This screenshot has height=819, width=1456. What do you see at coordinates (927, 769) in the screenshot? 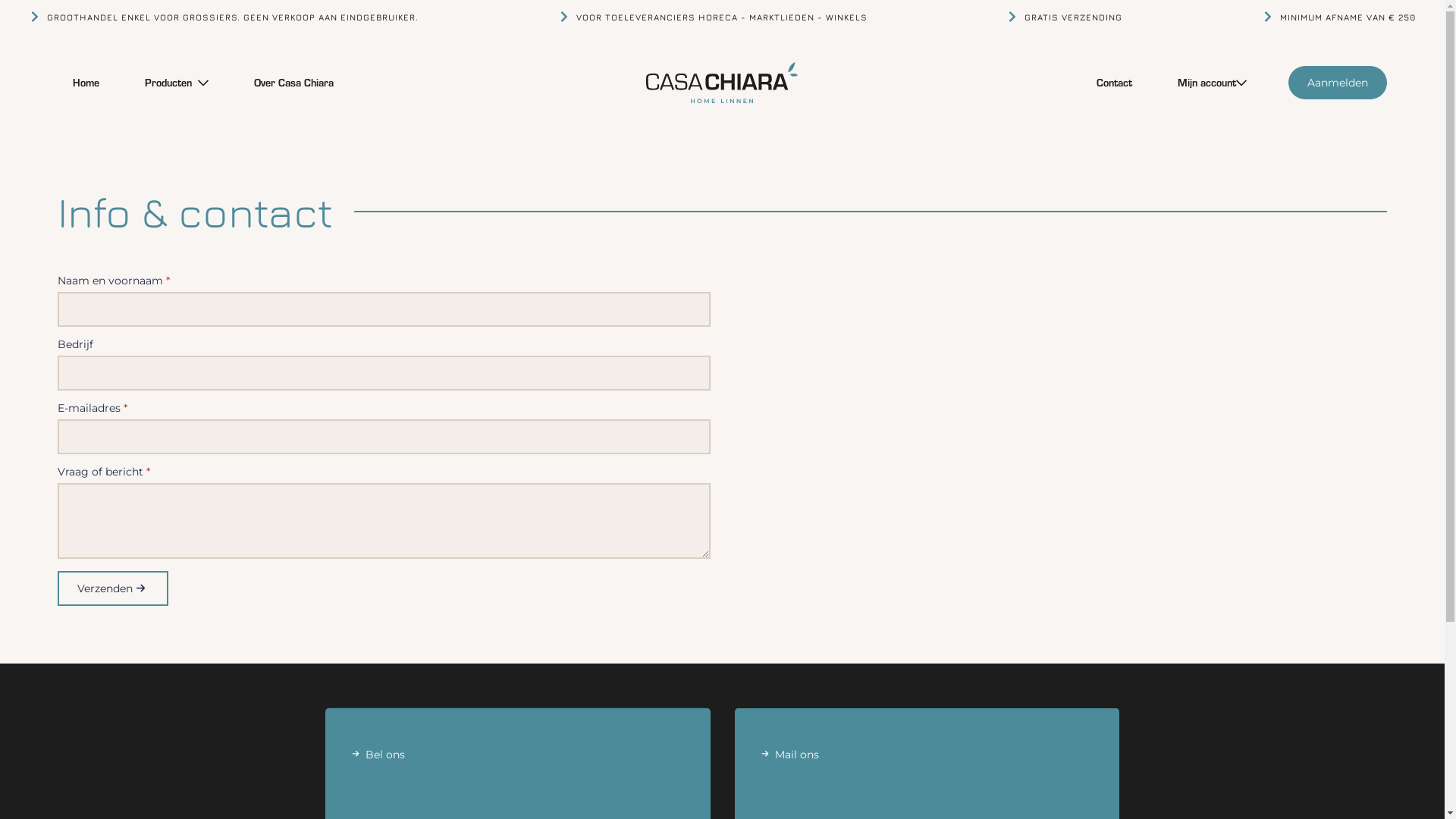
I see `'Mail ons'` at bounding box center [927, 769].